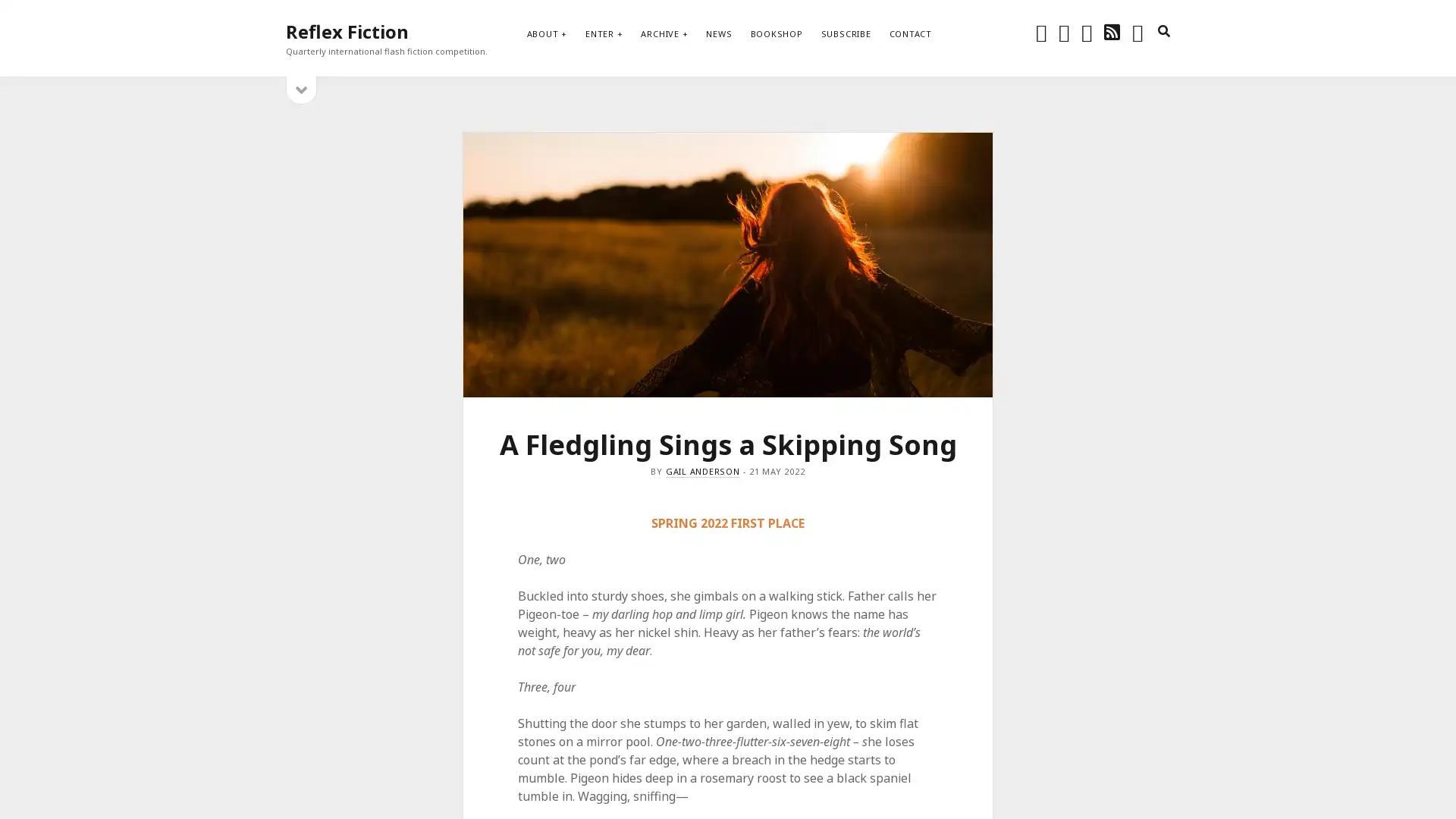 Image resolution: width=1456 pixels, height=819 pixels. I want to click on open sidebar, so click(300, 90).